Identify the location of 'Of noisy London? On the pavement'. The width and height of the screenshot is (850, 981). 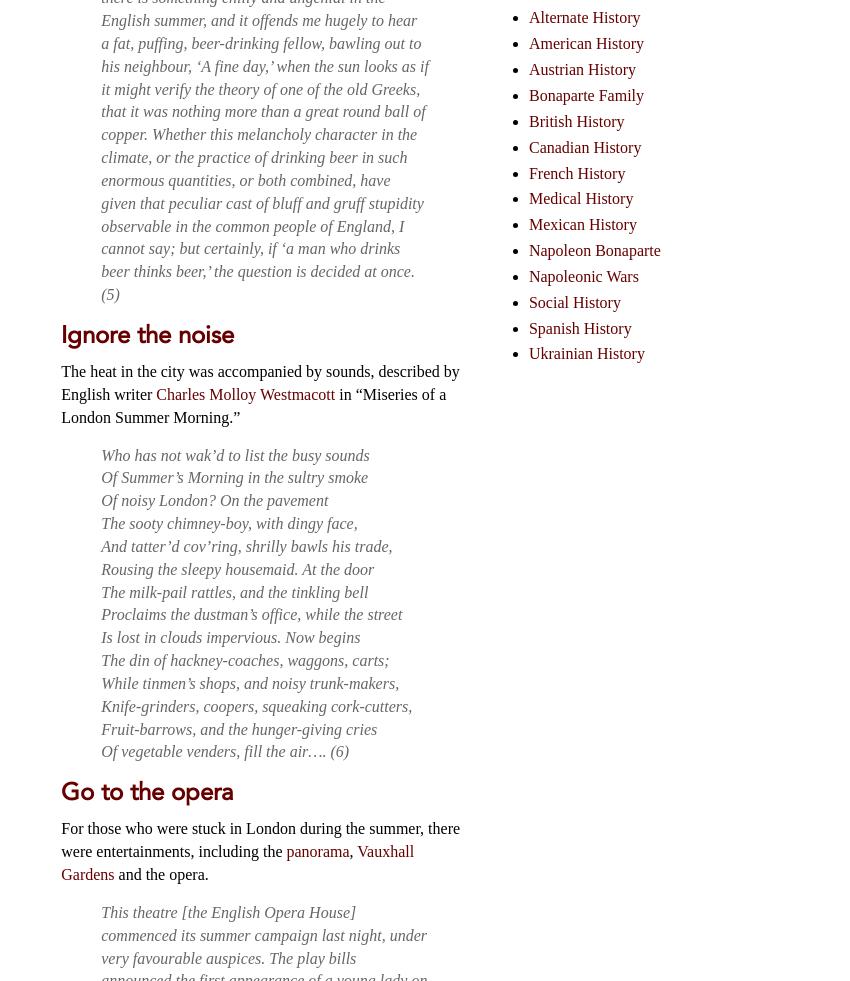
(99, 500).